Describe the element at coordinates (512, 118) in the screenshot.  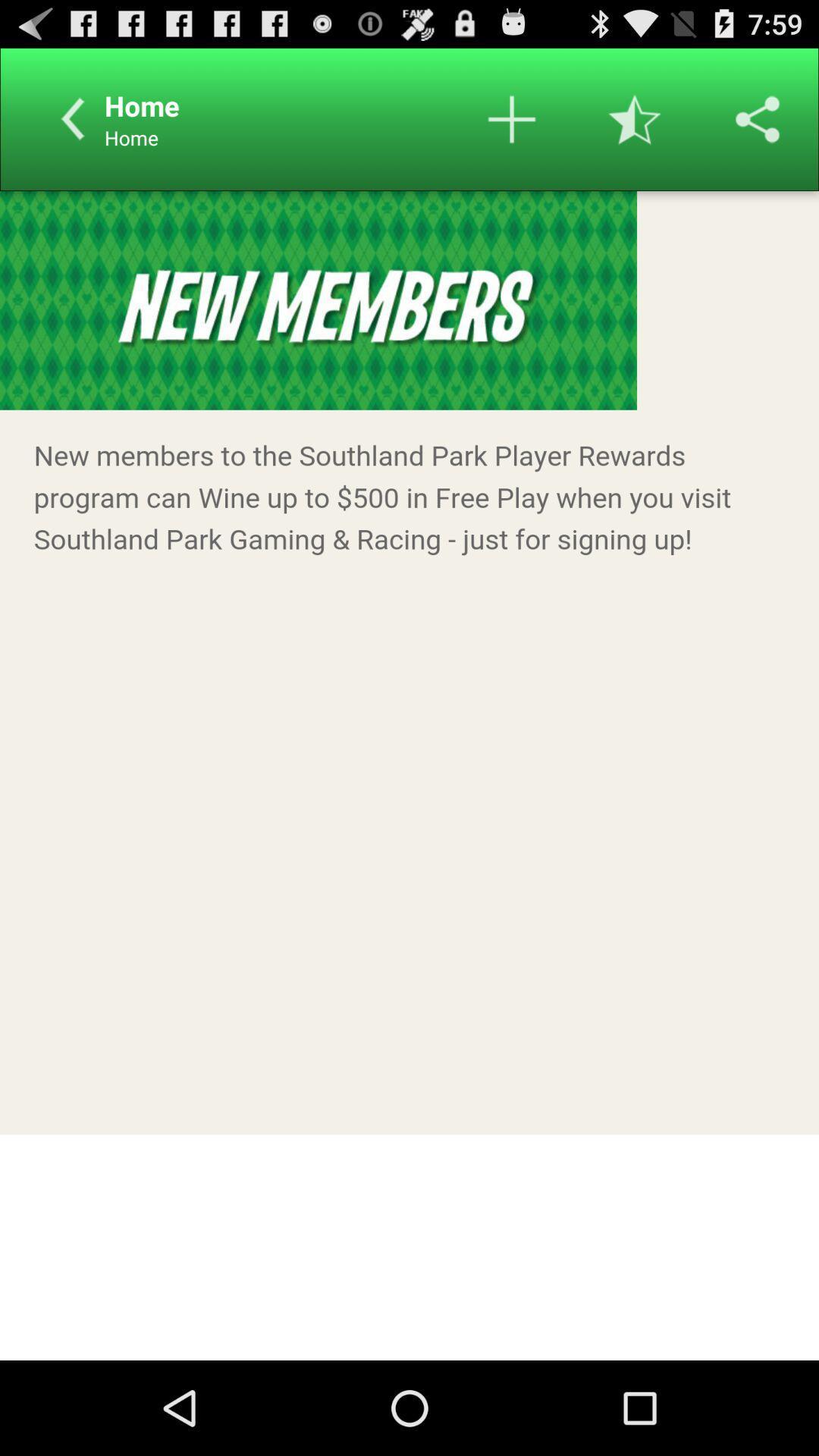
I see `something or add new member` at that location.